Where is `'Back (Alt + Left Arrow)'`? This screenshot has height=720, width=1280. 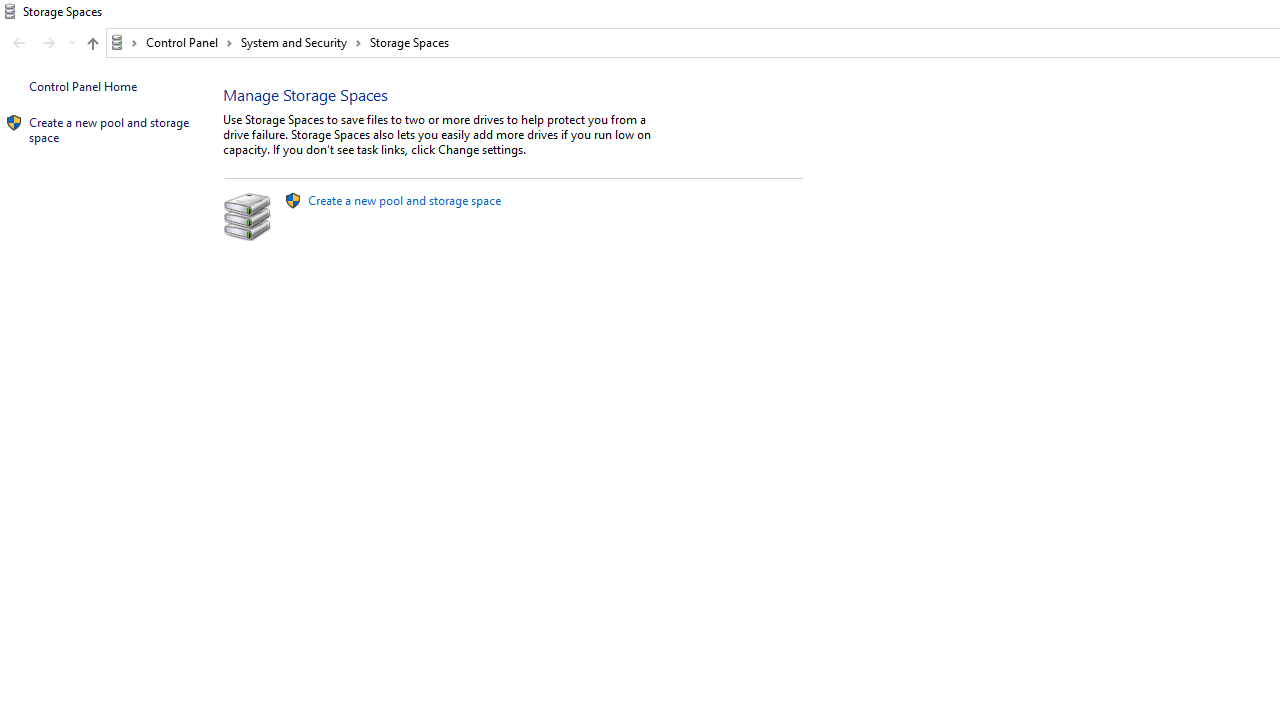 'Back (Alt + Left Arrow)' is located at coordinates (19, 43).